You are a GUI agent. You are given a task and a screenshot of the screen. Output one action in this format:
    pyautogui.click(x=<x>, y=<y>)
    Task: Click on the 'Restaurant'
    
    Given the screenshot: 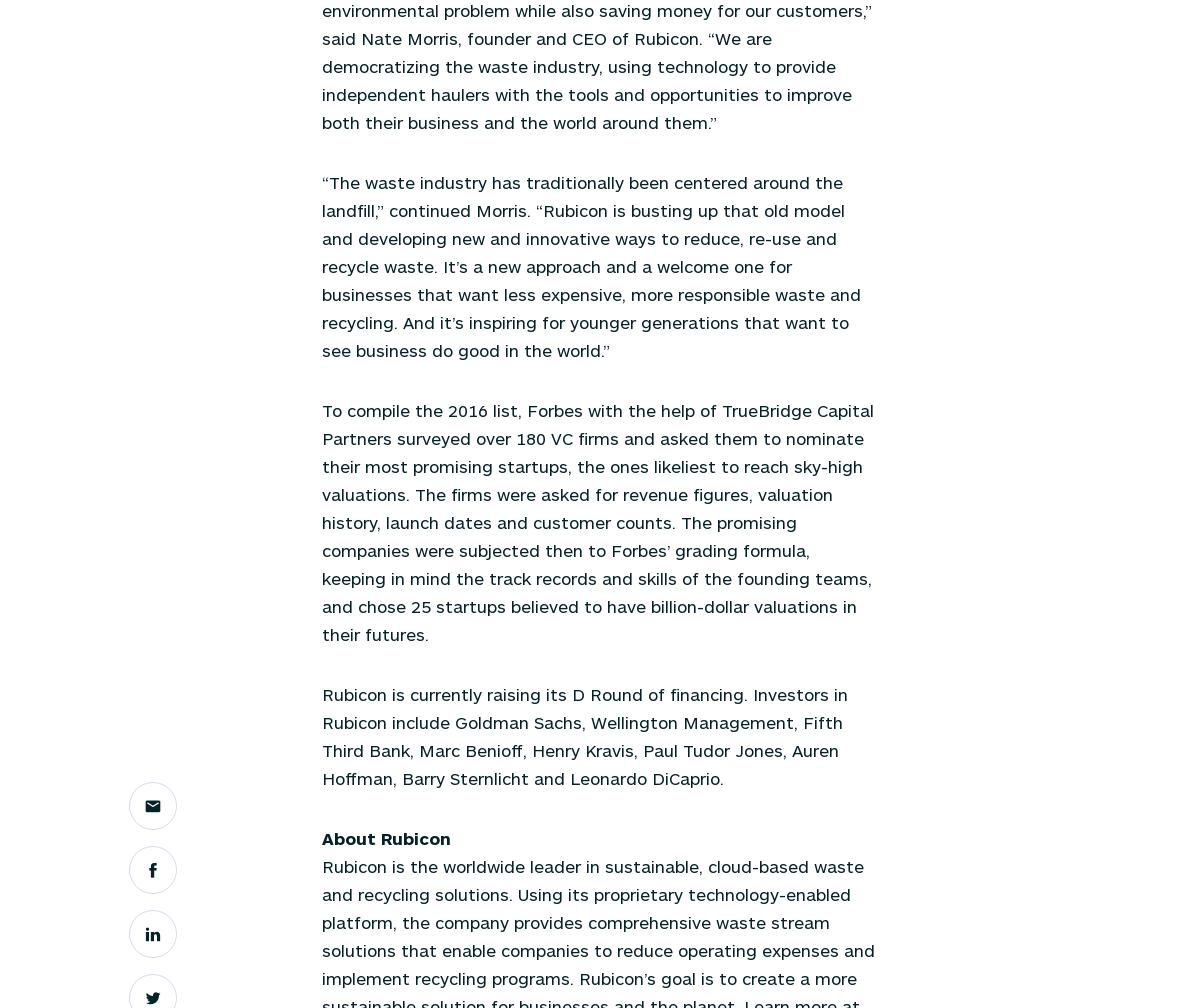 What is the action you would take?
    pyautogui.click(x=358, y=226)
    